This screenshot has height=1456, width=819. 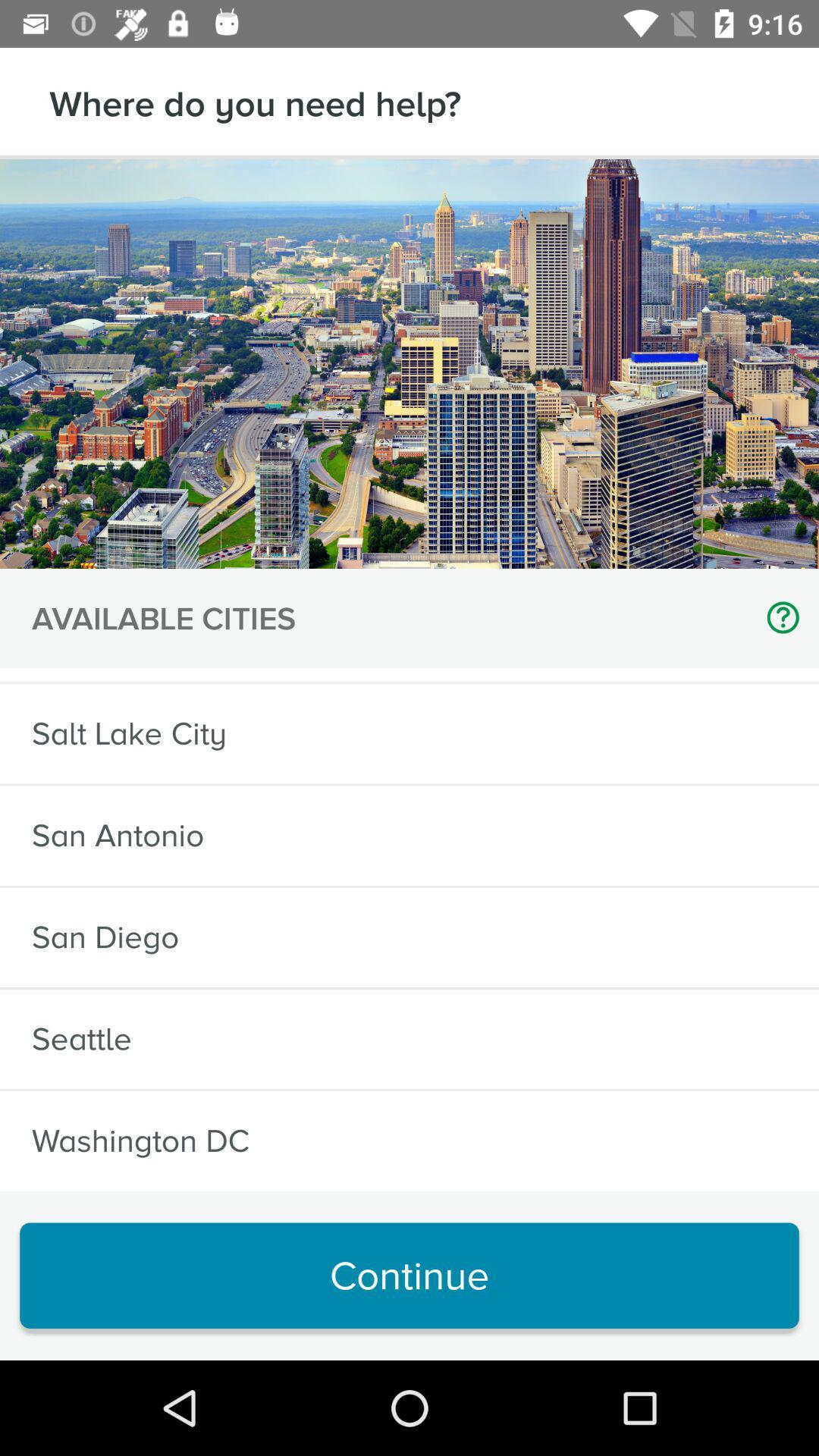 What do you see at coordinates (777, 618) in the screenshot?
I see `the item next to the available cities` at bounding box center [777, 618].